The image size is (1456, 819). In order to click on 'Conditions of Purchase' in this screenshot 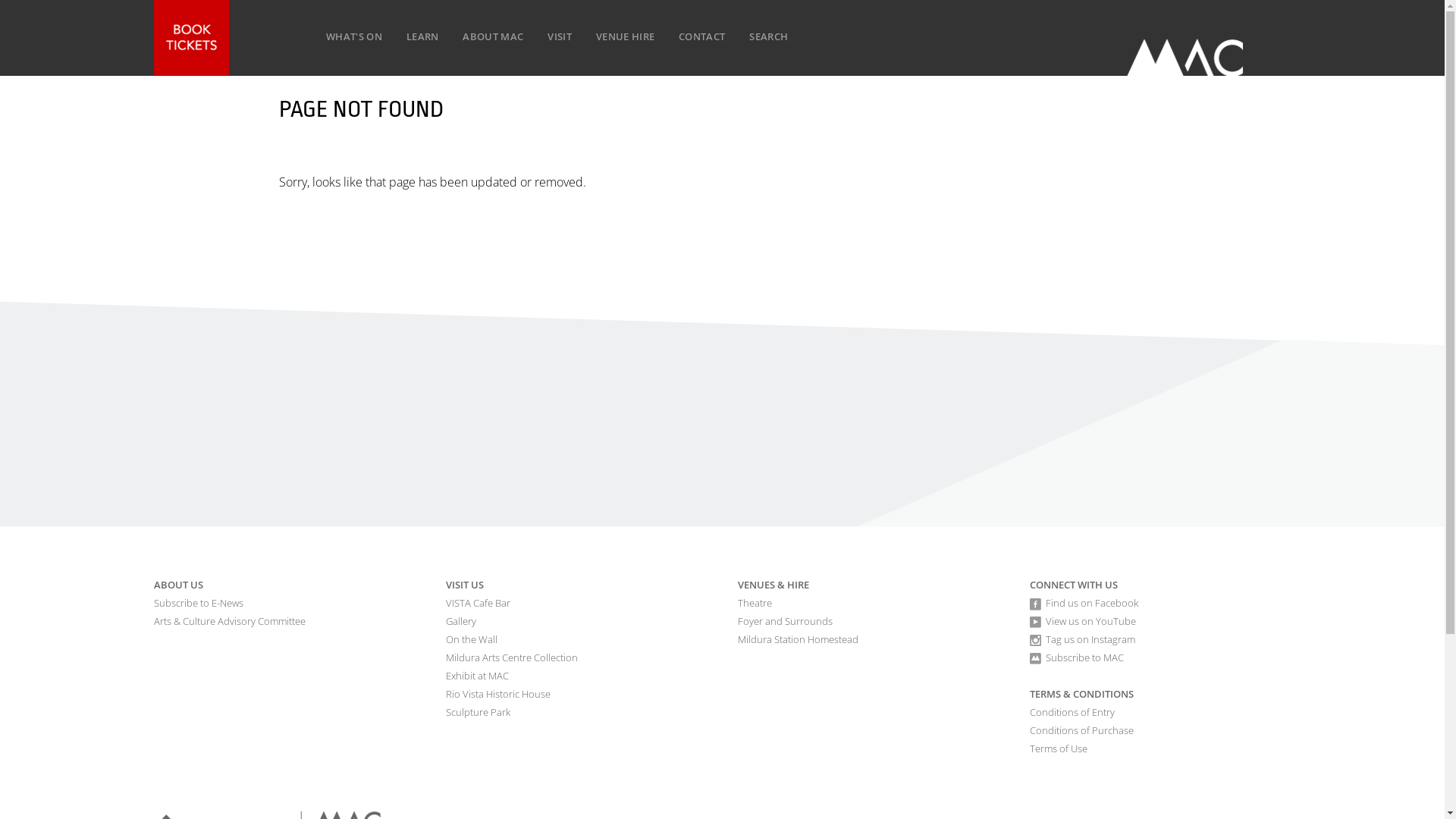, I will do `click(1081, 730)`.